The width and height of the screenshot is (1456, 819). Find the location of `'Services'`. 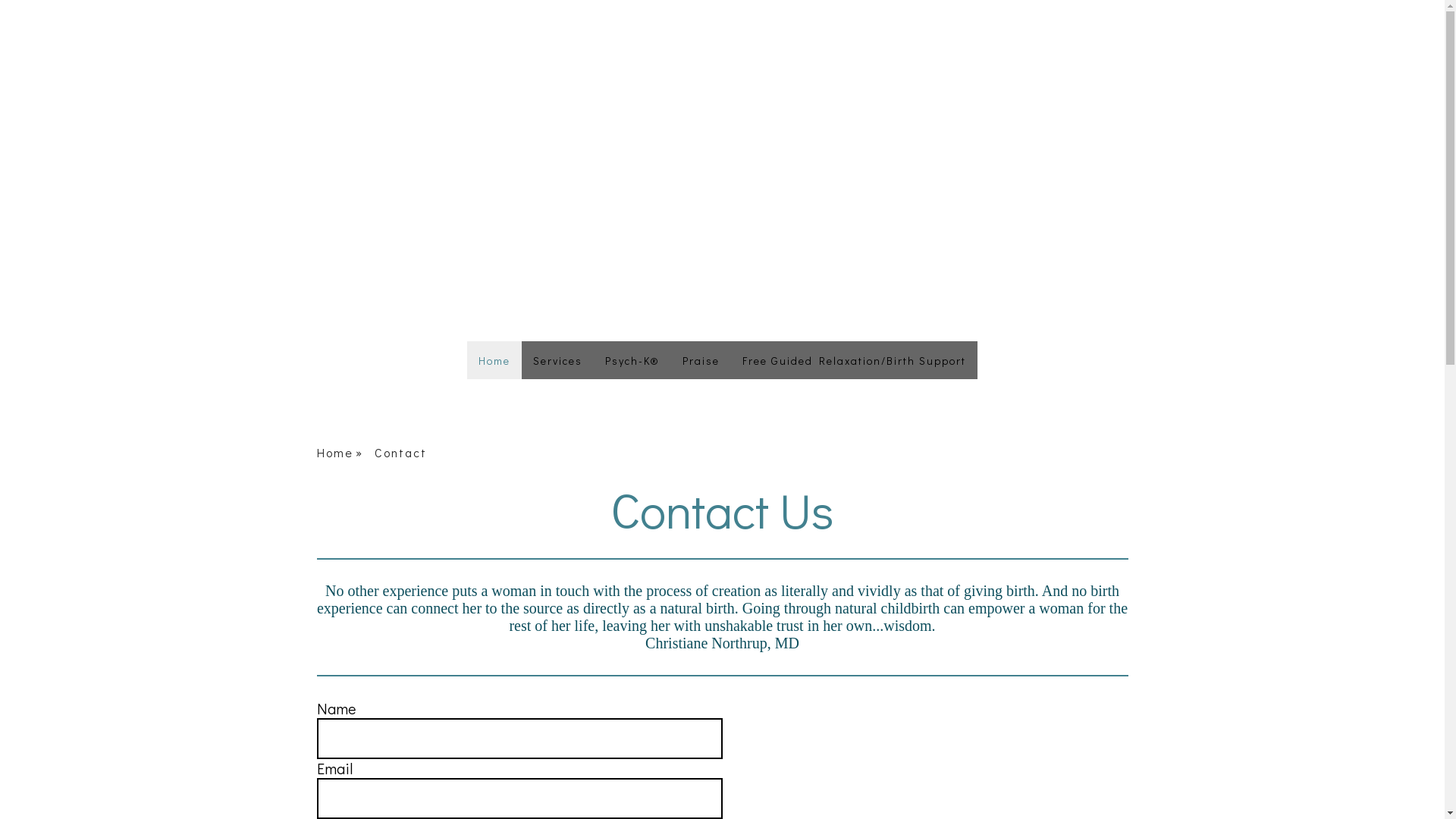

'Services' is located at coordinates (557, 359).